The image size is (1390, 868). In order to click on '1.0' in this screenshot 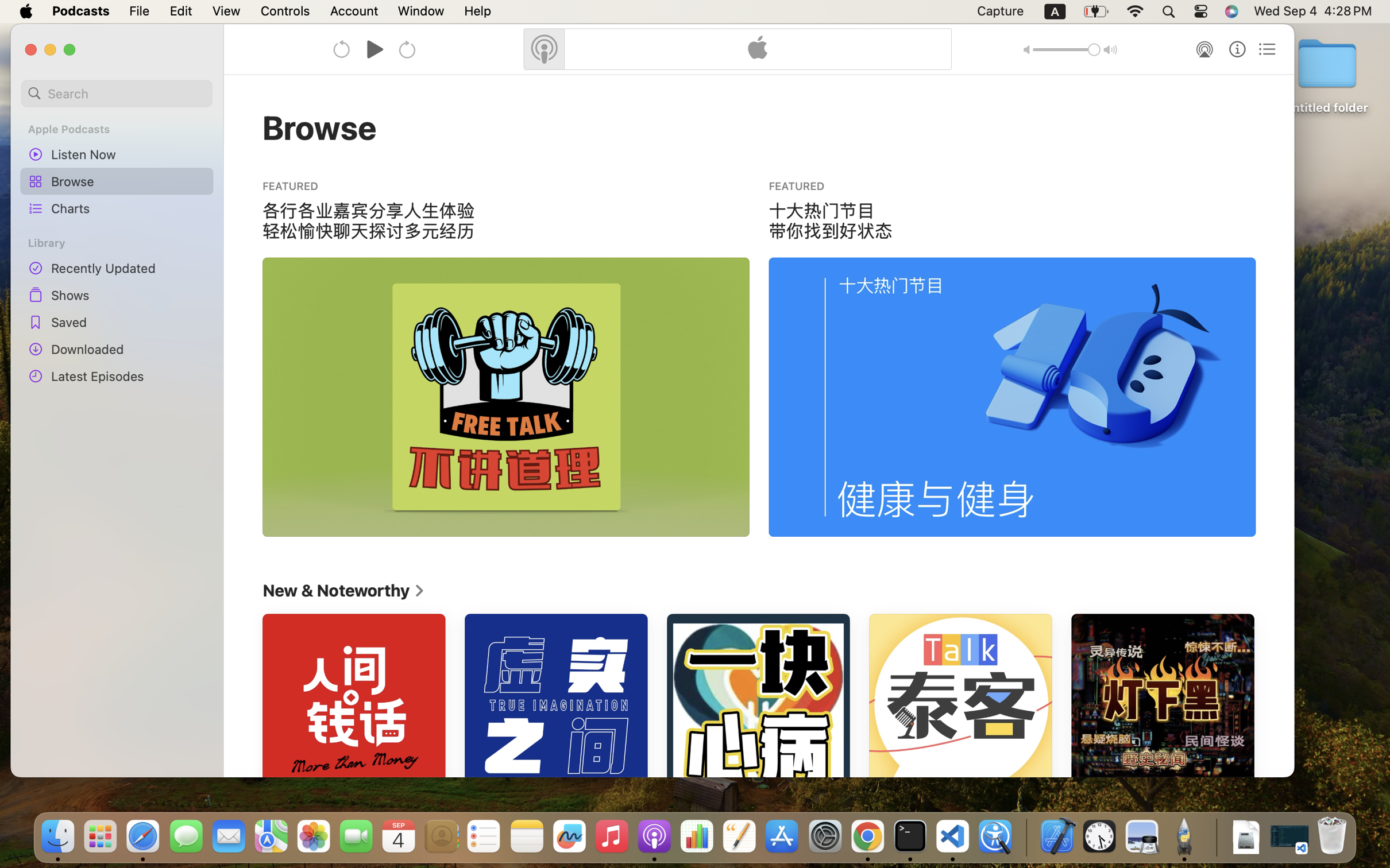, I will do `click(1066, 49)`.